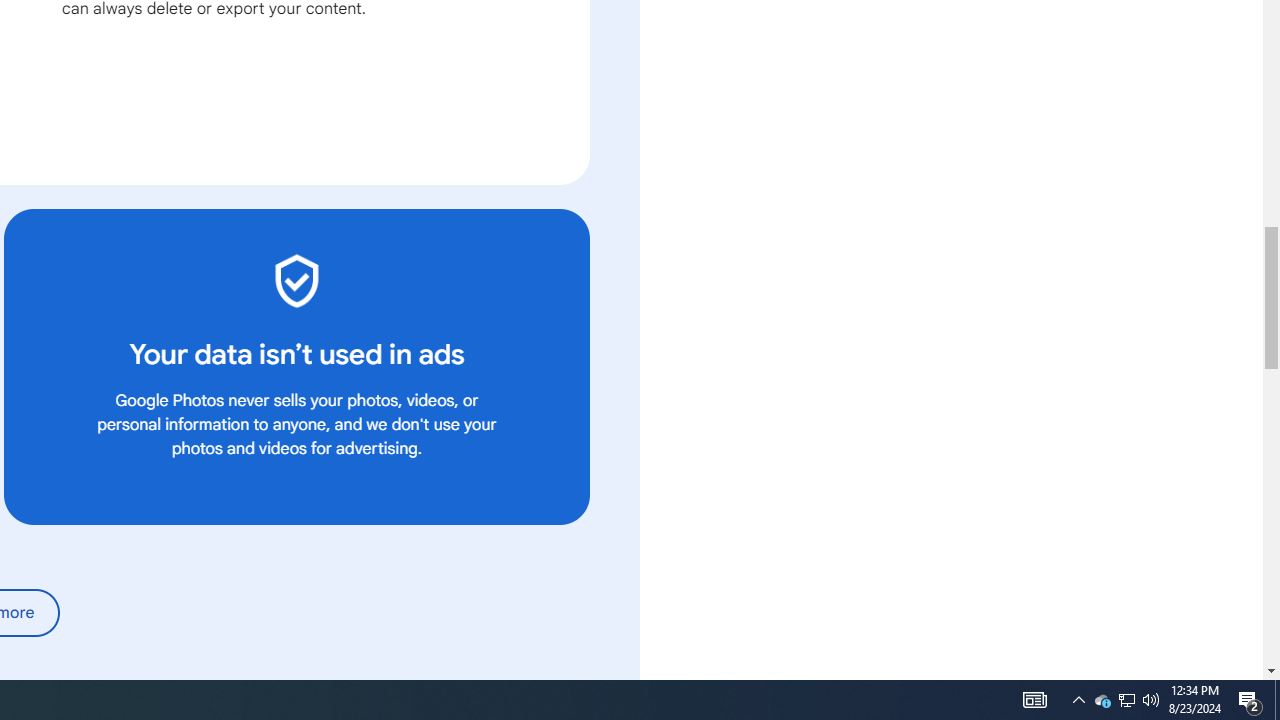 The height and width of the screenshot is (720, 1280). Describe the element at coordinates (295, 280) in the screenshot. I see `'A checkmark icon.'` at that location.